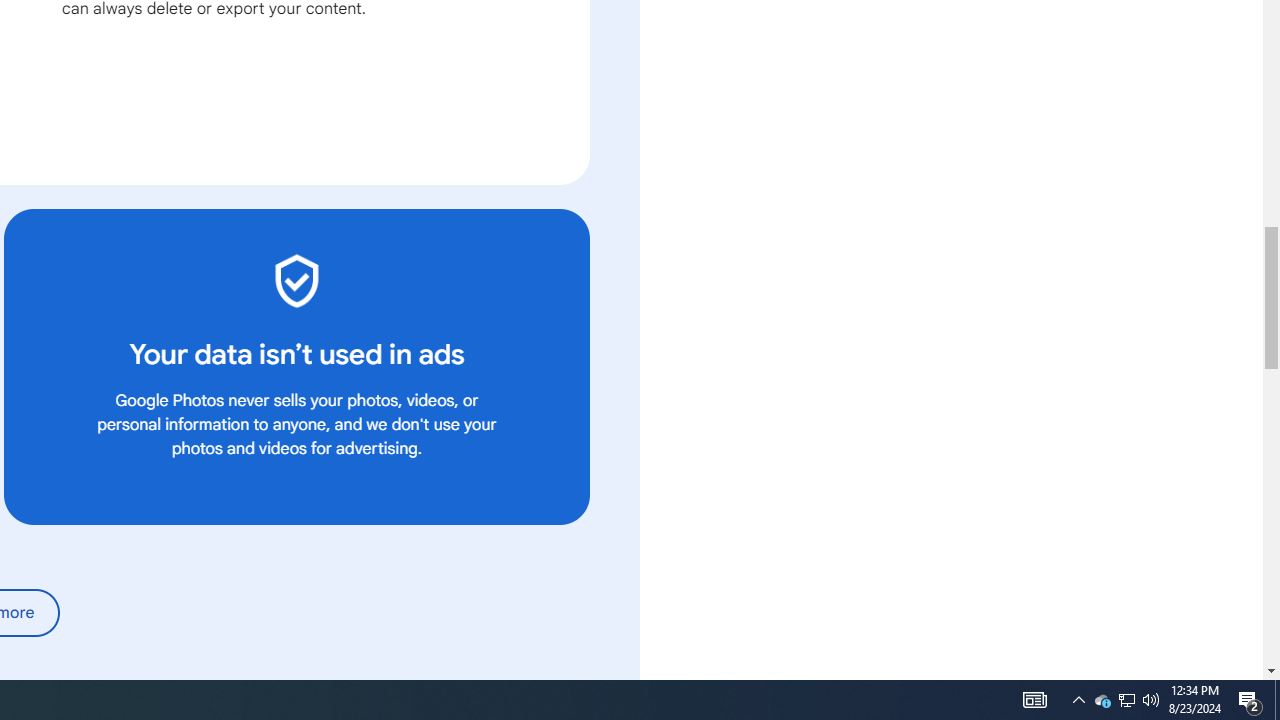 The height and width of the screenshot is (720, 1280). Describe the element at coordinates (295, 280) in the screenshot. I see `'A checkmark icon.'` at that location.